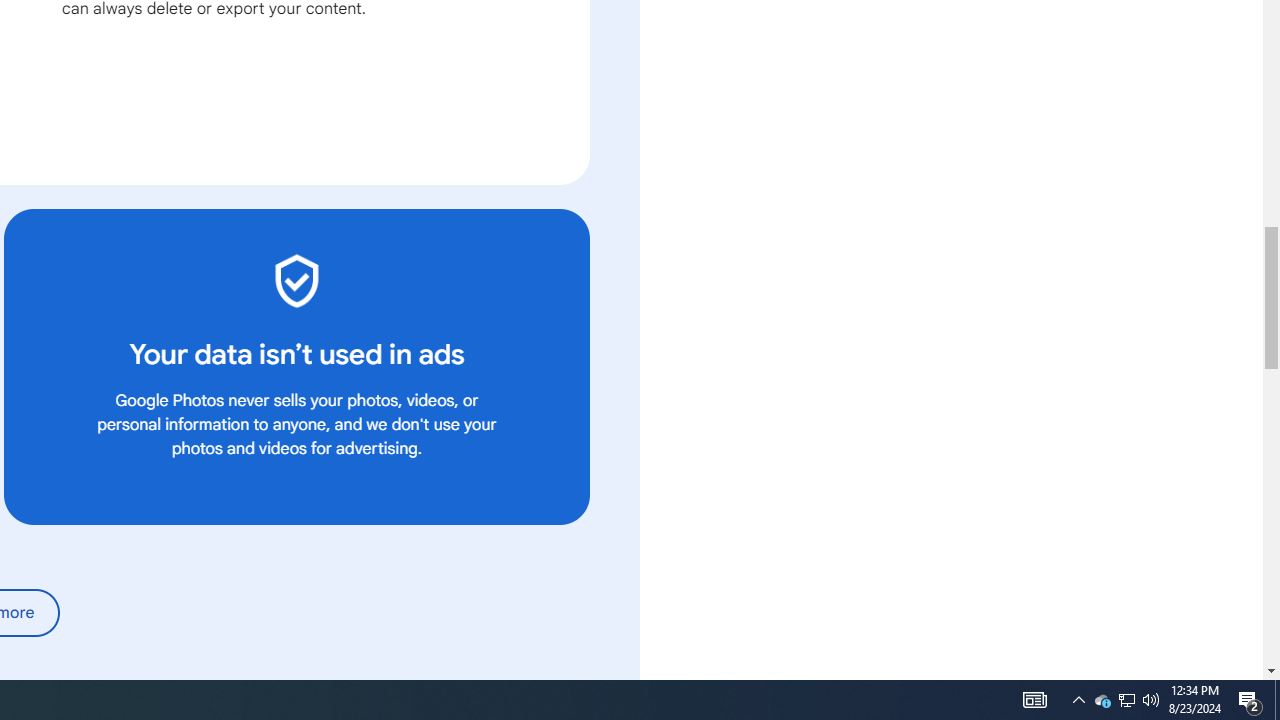 The height and width of the screenshot is (720, 1280). Describe the element at coordinates (295, 280) in the screenshot. I see `'A checkmark icon.'` at that location.